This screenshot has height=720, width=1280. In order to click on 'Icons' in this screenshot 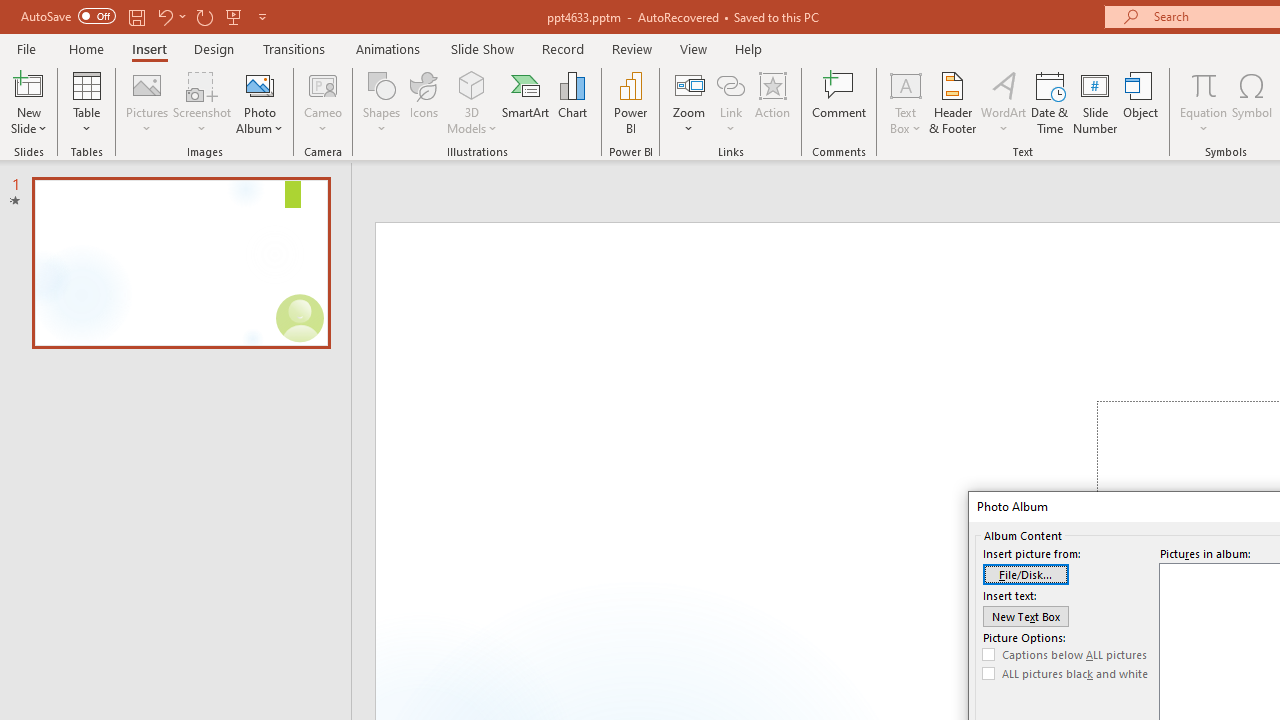, I will do `click(423, 103)`.